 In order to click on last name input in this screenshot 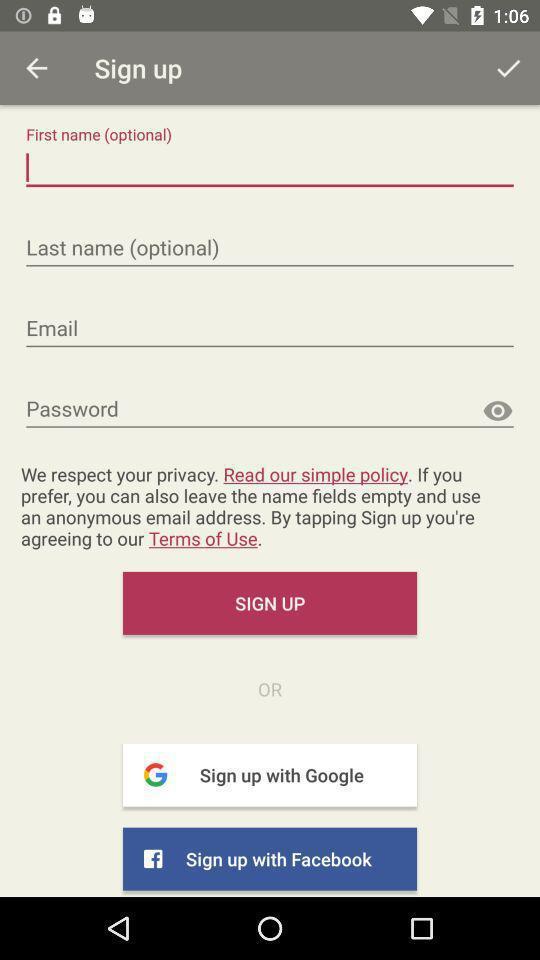, I will do `click(270, 247)`.